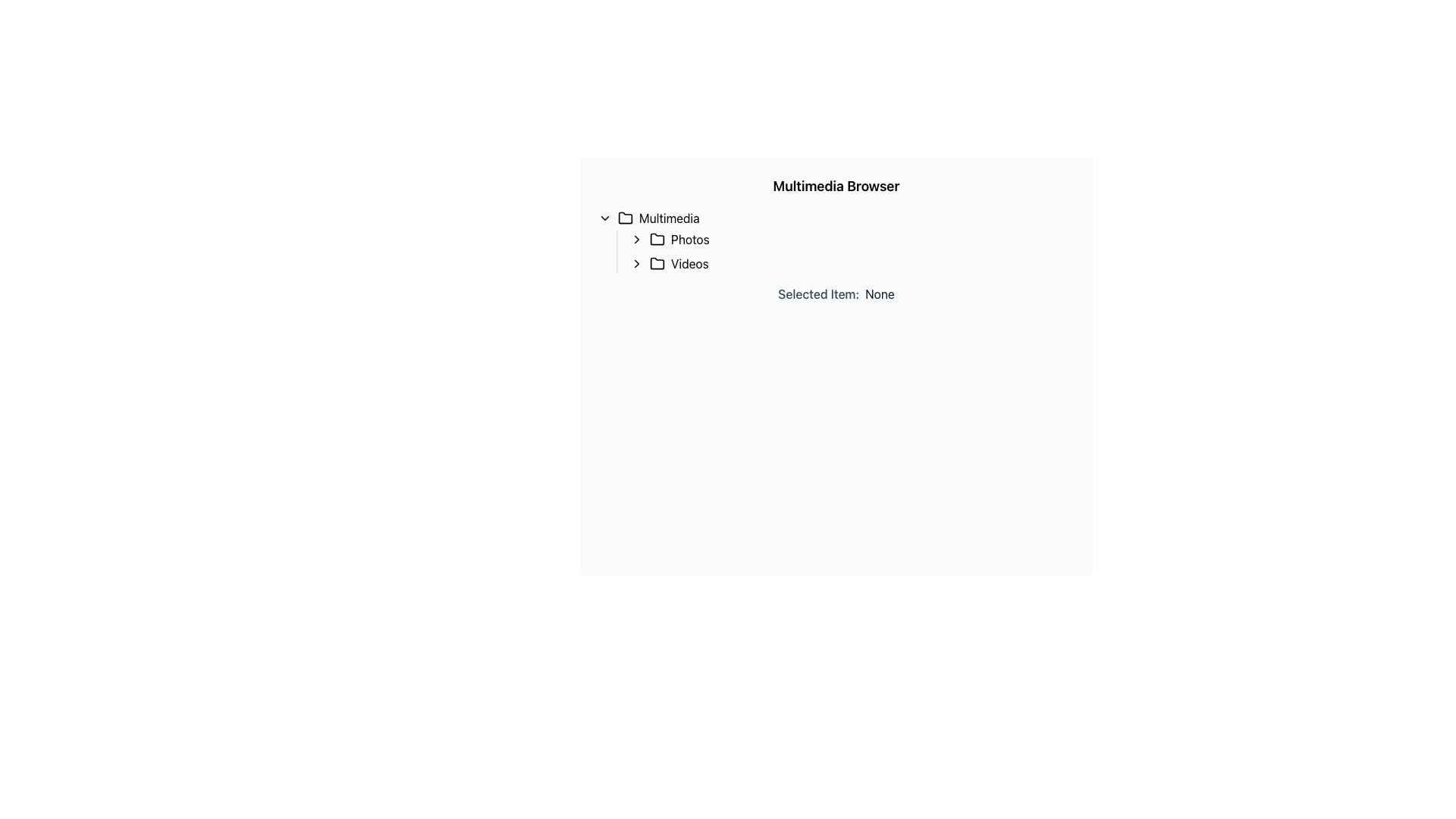  Describe the element at coordinates (668, 218) in the screenshot. I see `the 'Multimedia' text label, which serves as a label for a collapsible folder group` at that location.